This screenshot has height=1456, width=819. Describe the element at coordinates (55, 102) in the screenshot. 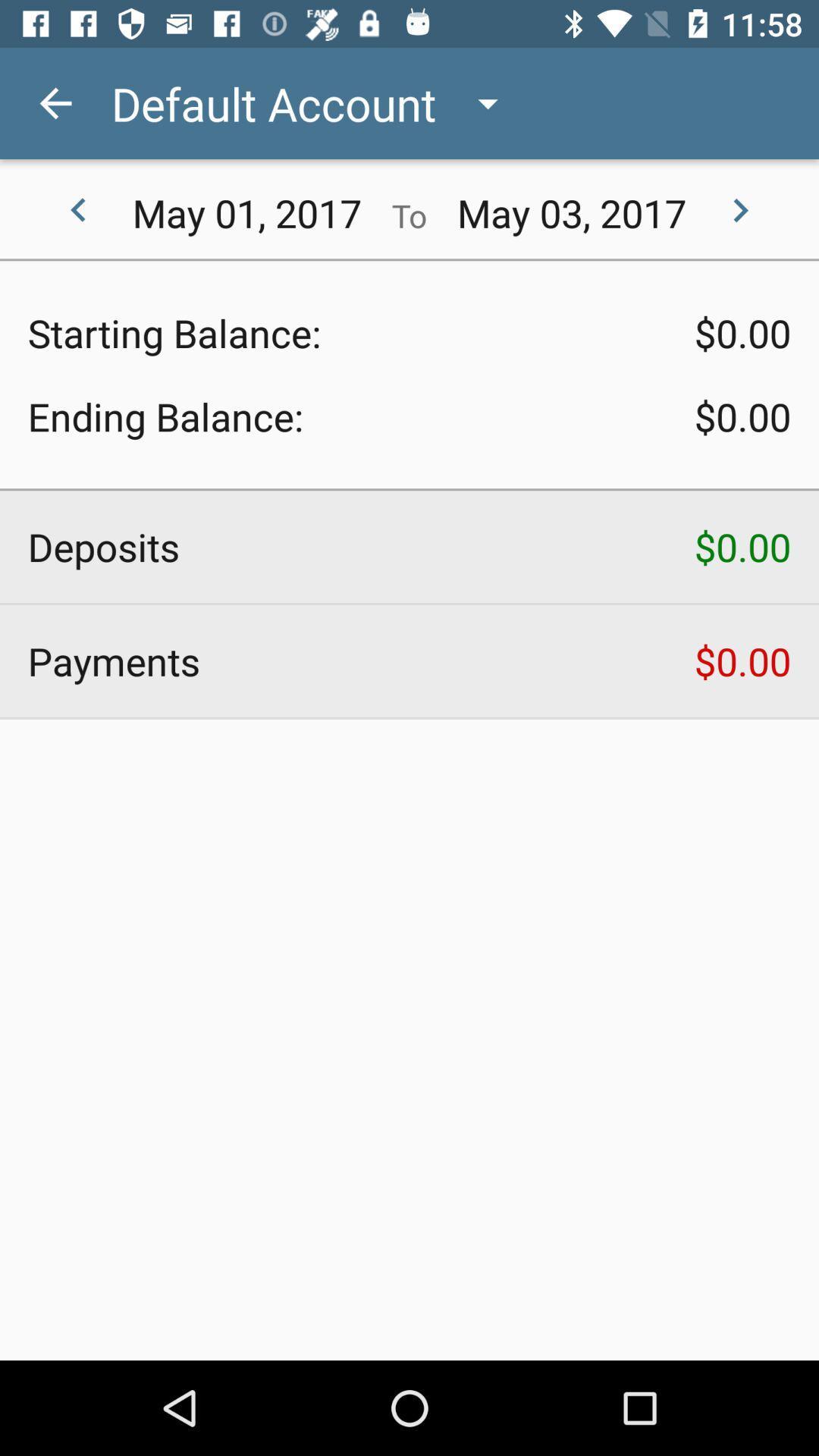

I see `item to the left of default account` at that location.